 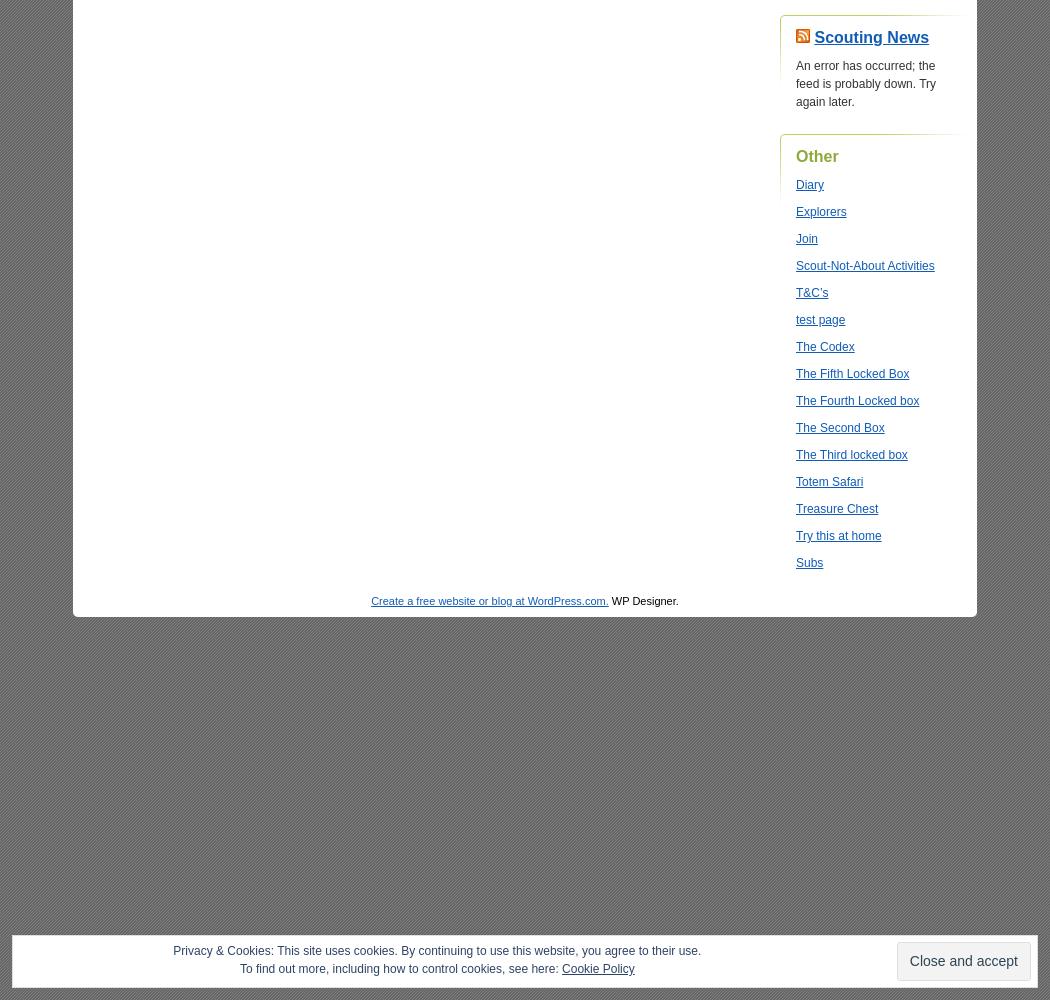 What do you see at coordinates (829, 481) in the screenshot?
I see `'Totem Safari'` at bounding box center [829, 481].